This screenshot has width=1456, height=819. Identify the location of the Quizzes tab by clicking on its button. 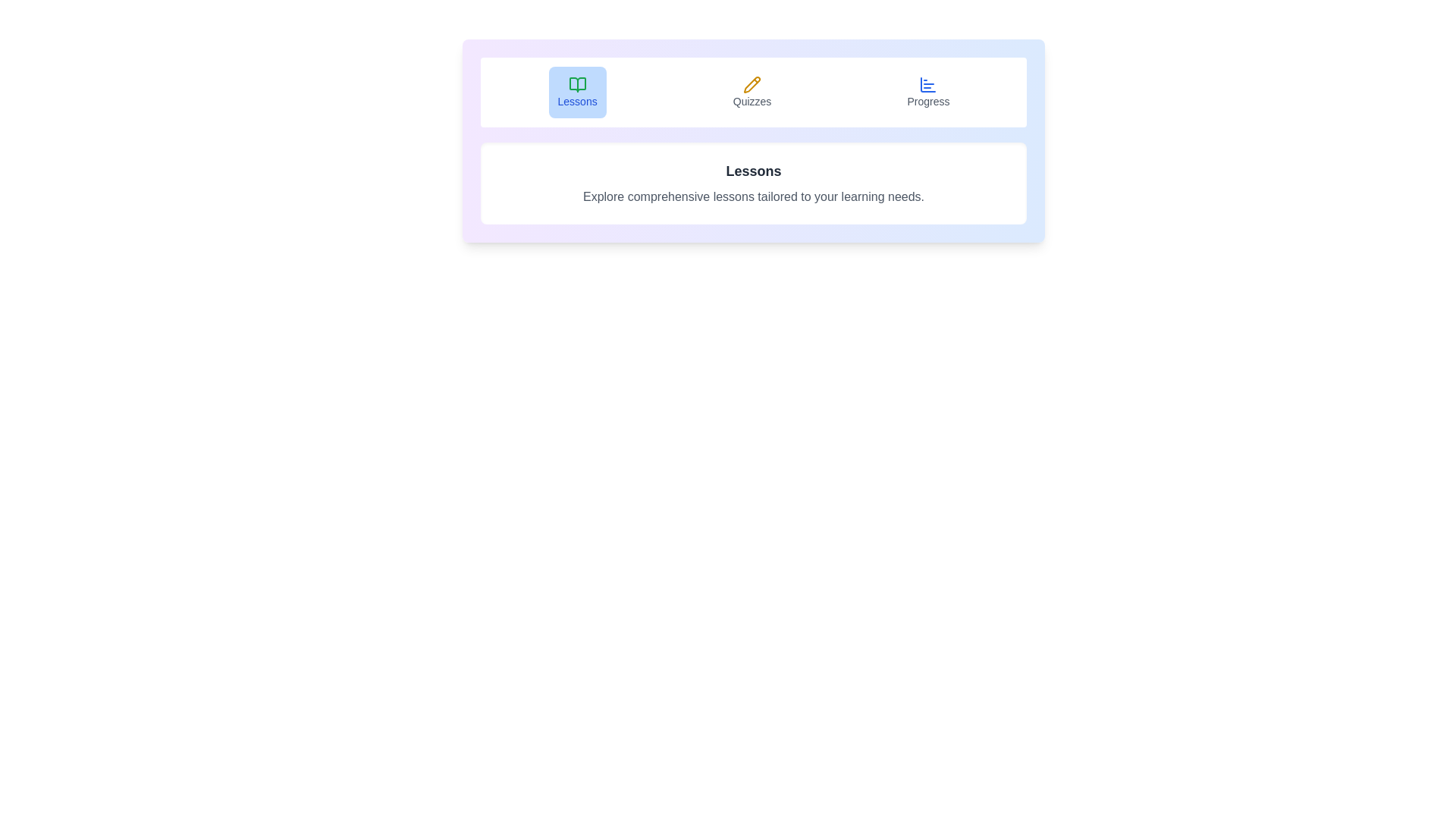
(752, 93).